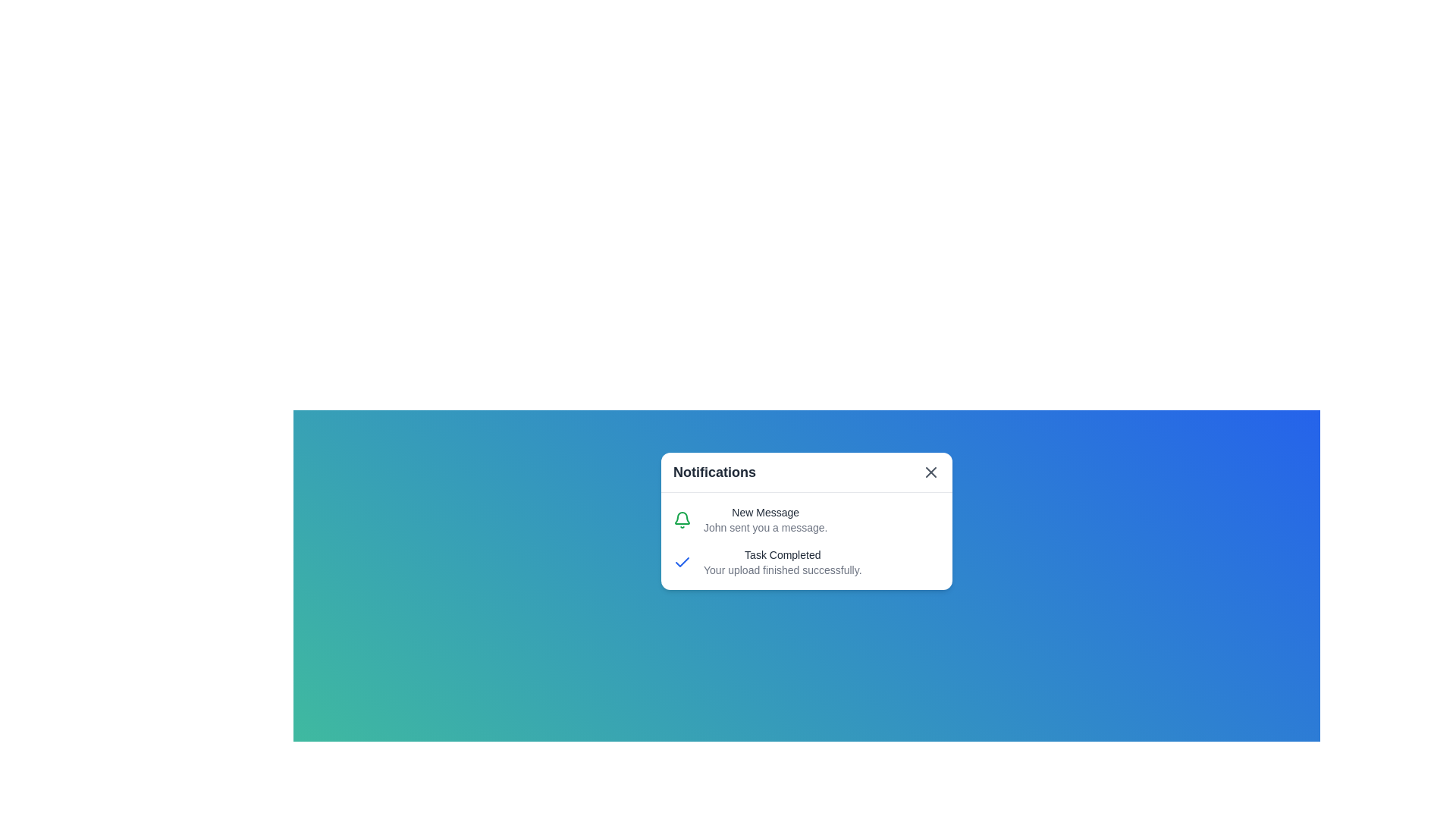 This screenshot has height=819, width=1456. Describe the element at coordinates (930, 472) in the screenshot. I see `the dark gray cross icon located at the top-right corner of the 'Notifications' card` at that location.